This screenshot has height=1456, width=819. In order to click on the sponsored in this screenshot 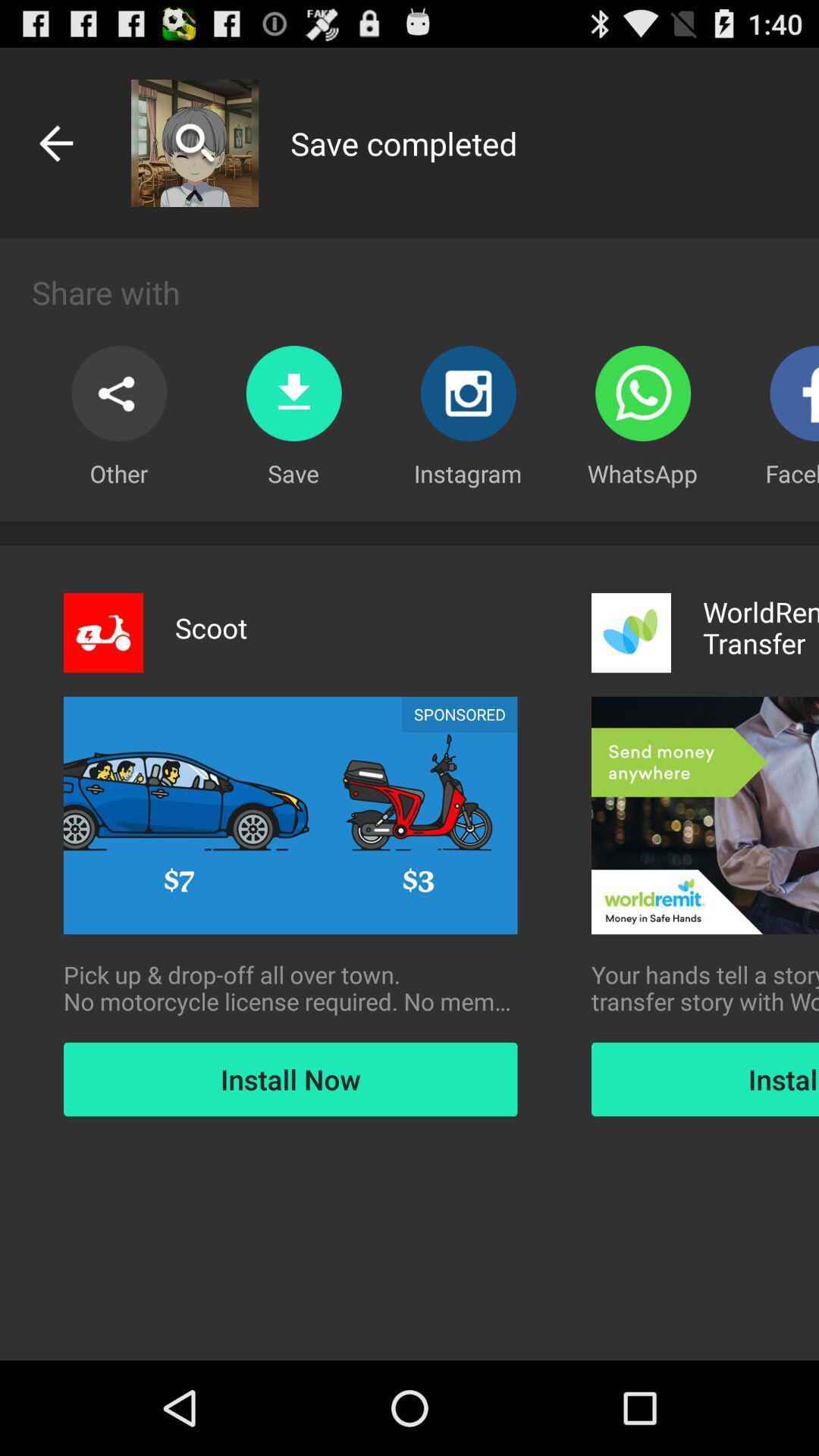, I will do `click(459, 714)`.